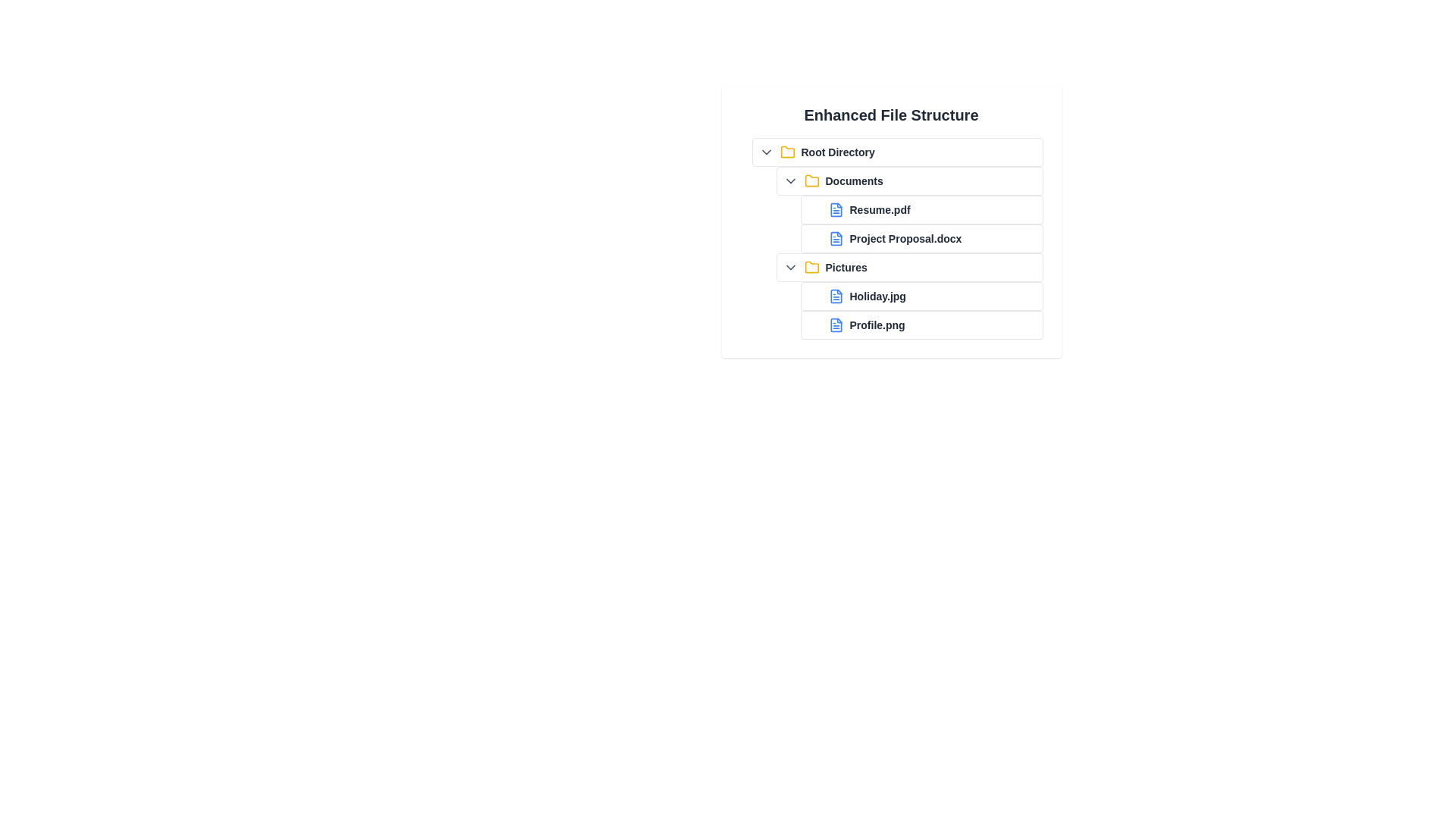 This screenshot has height=819, width=1456. What do you see at coordinates (789, 180) in the screenshot?
I see `the Chevron Down icon in the Documents section of the file structure interface` at bounding box center [789, 180].